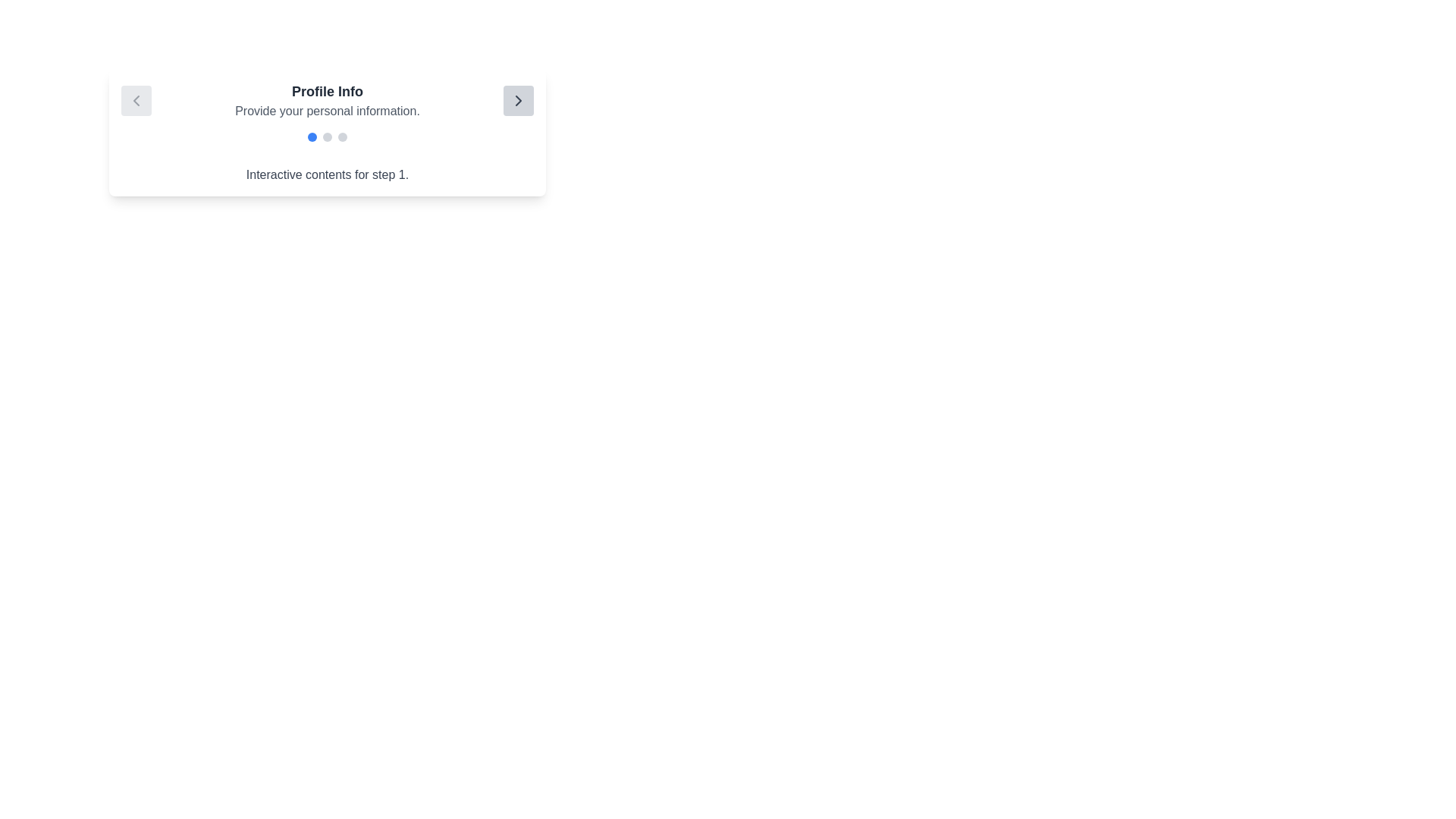 Image resolution: width=1456 pixels, height=819 pixels. Describe the element at coordinates (327, 110) in the screenshot. I see `the label displaying 'Provide your personal information.' which is styled in gray and located directly below the title 'Profile Info'` at that location.